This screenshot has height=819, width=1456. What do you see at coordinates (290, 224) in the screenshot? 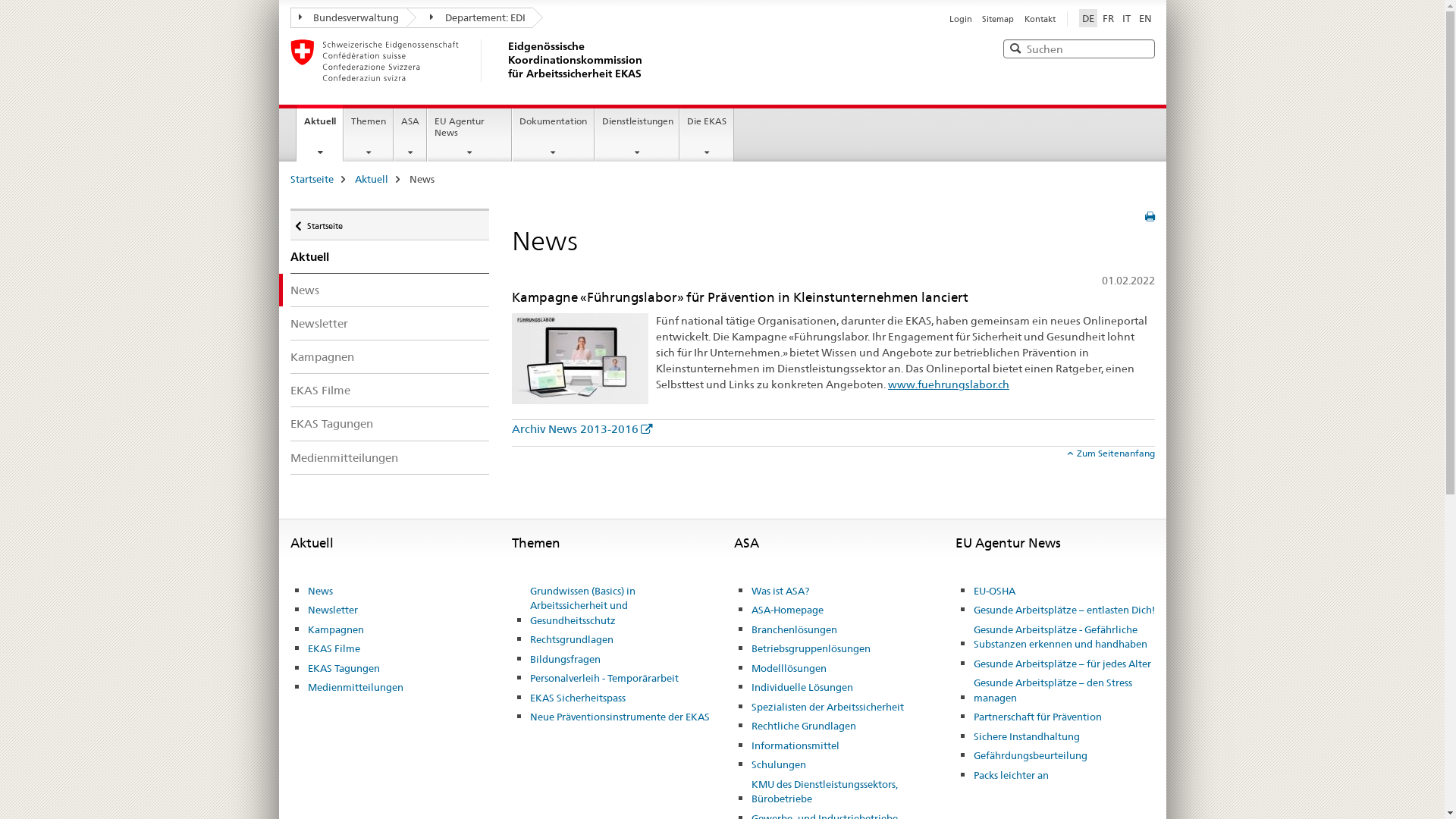
I see `'Startseite'` at bounding box center [290, 224].